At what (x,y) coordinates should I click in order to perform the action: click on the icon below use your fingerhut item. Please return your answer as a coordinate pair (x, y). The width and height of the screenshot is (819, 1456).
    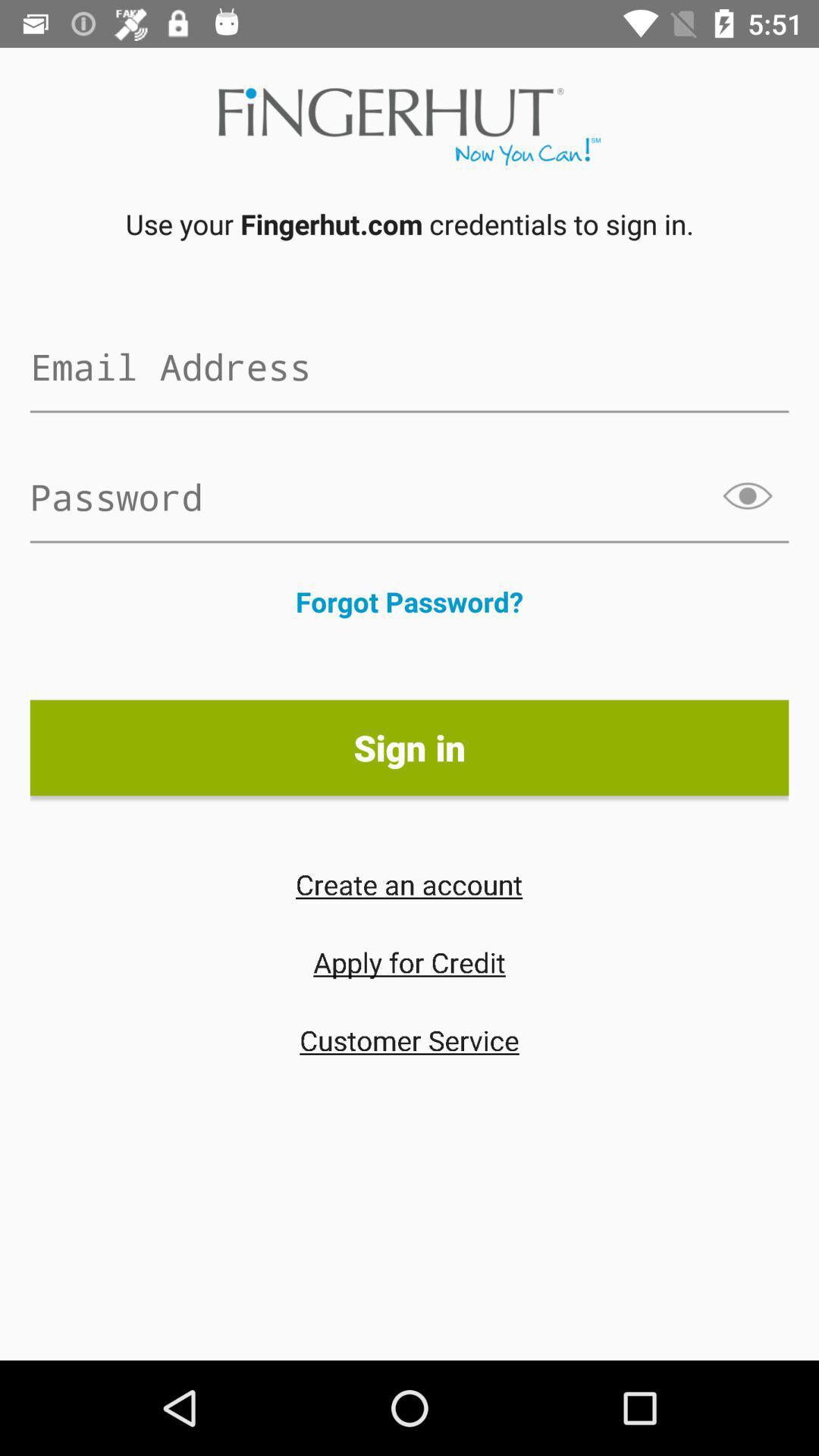
    Looking at the image, I should click on (409, 366).